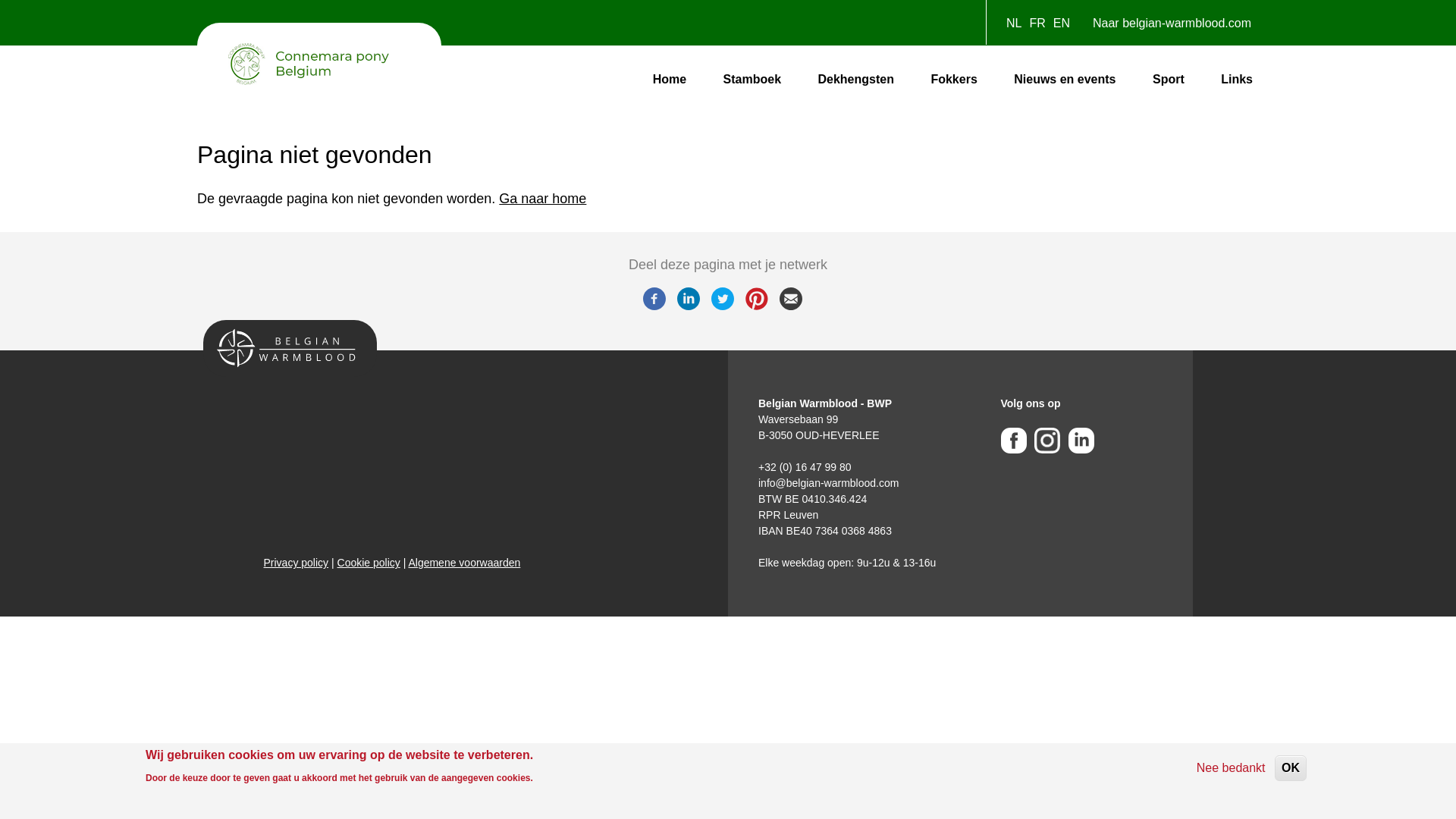  What do you see at coordinates (752, 79) in the screenshot?
I see `'Stamboek'` at bounding box center [752, 79].